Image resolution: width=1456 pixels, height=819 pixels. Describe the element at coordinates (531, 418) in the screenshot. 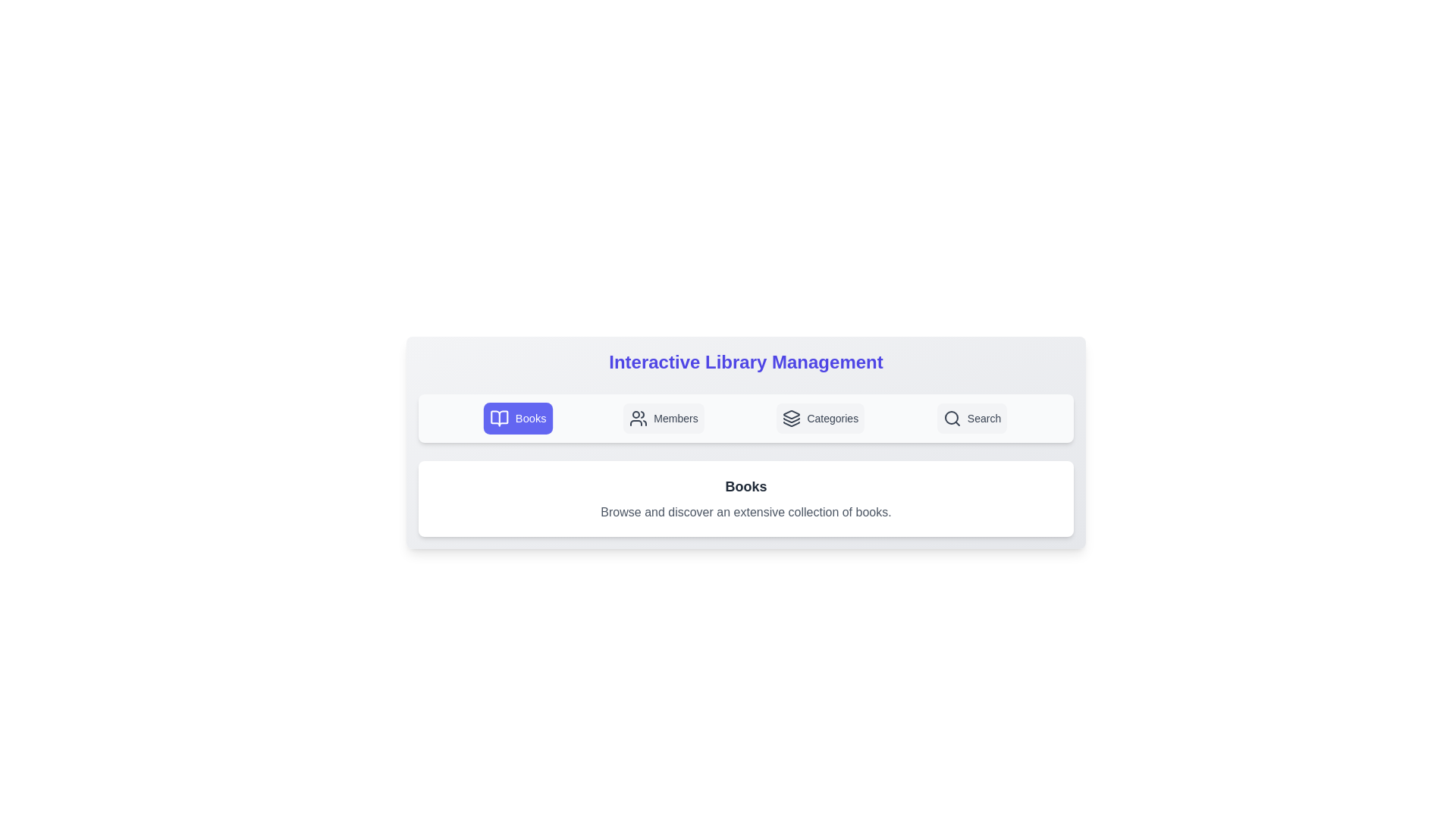

I see `the 'Books' text label located in the menu bar, which indicates the purpose of the associated menu button for books` at that location.